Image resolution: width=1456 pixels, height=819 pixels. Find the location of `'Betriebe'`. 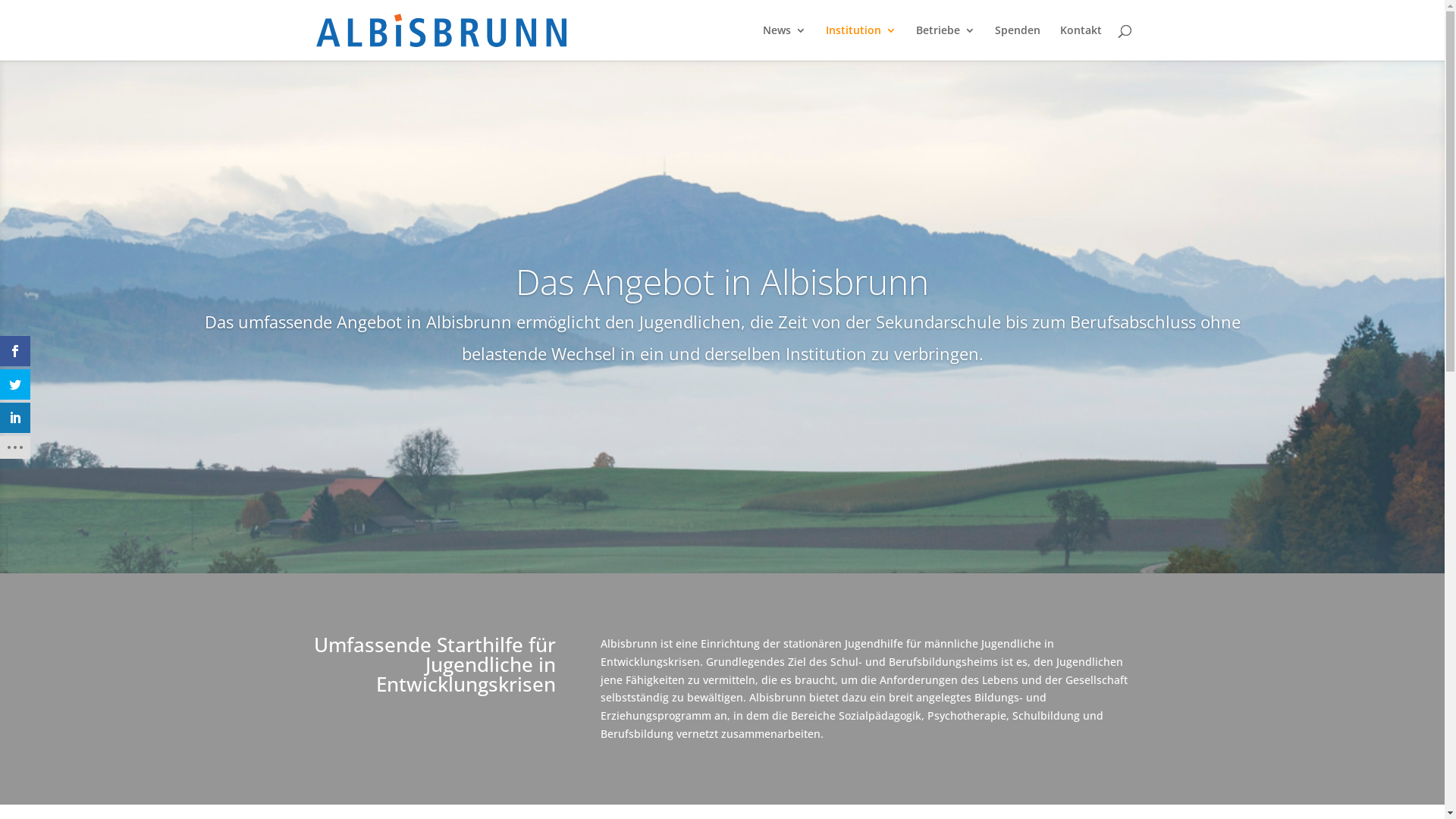

'Betriebe' is located at coordinates (945, 42).